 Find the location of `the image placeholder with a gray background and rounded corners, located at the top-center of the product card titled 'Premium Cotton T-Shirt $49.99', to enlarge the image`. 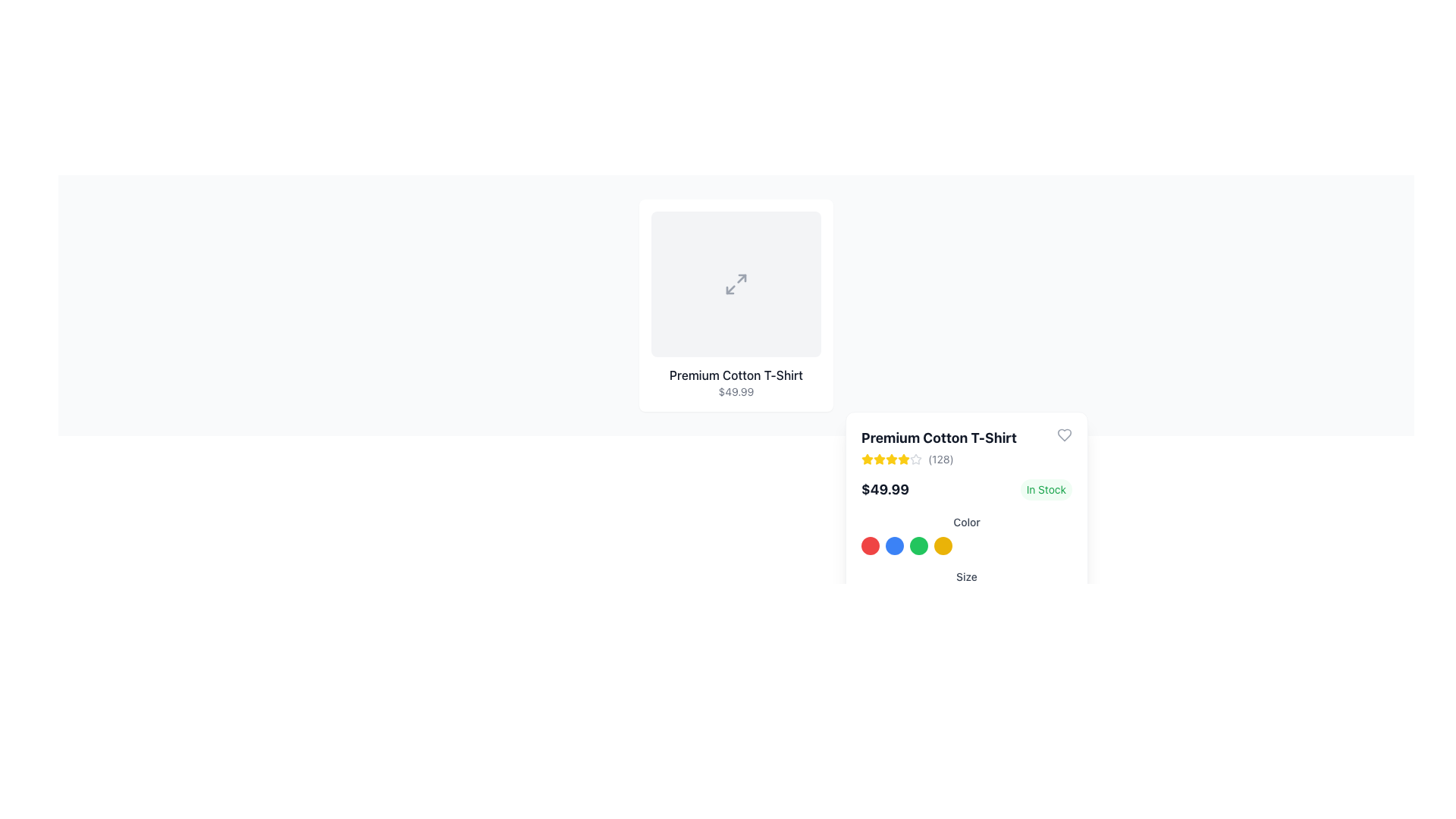

the image placeholder with a gray background and rounded corners, located at the top-center of the product card titled 'Premium Cotton T-Shirt $49.99', to enlarge the image is located at coordinates (736, 284).